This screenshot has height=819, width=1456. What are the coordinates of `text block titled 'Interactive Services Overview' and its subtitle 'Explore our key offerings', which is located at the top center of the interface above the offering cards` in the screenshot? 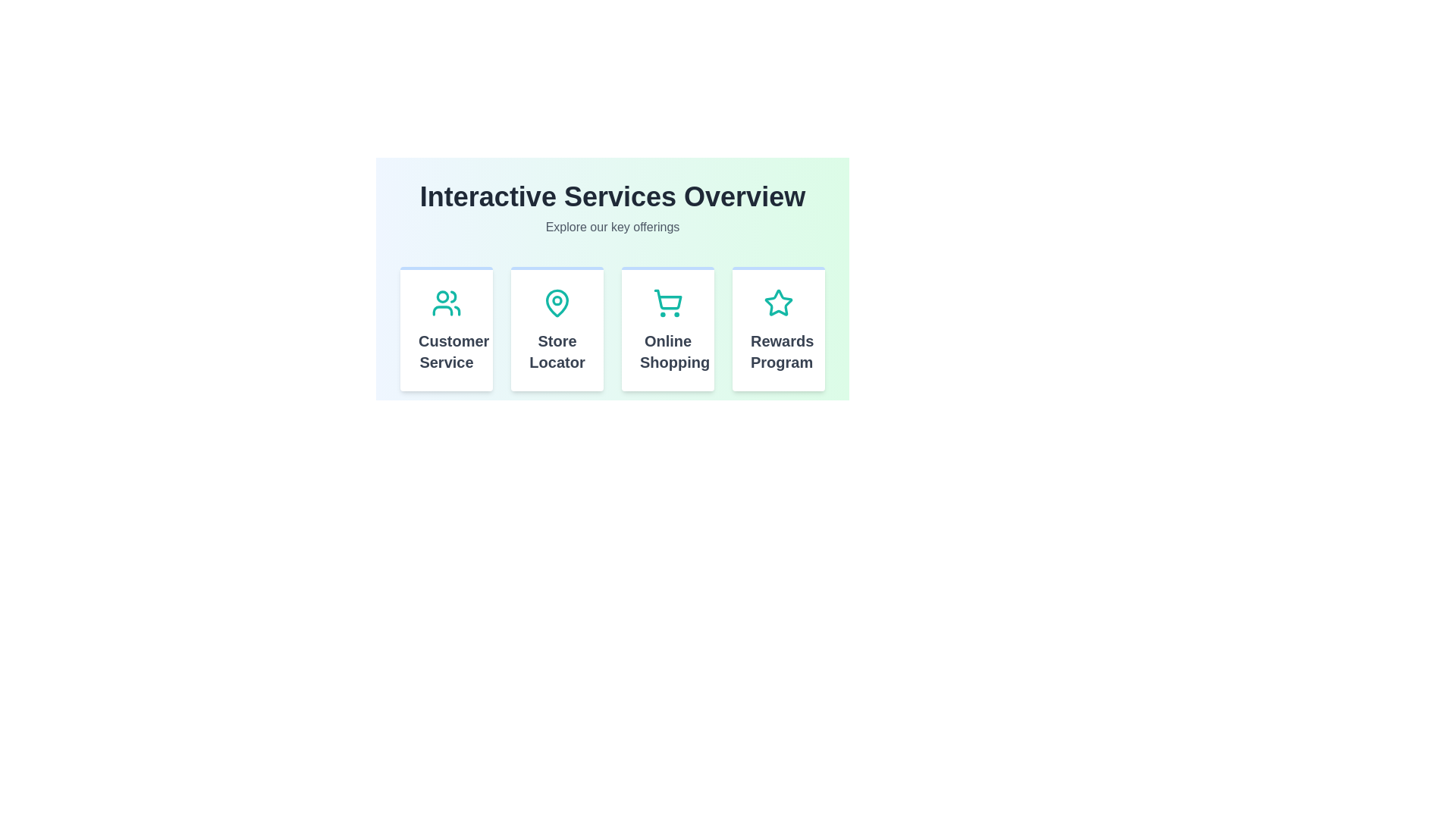 It's located at (612, 209).